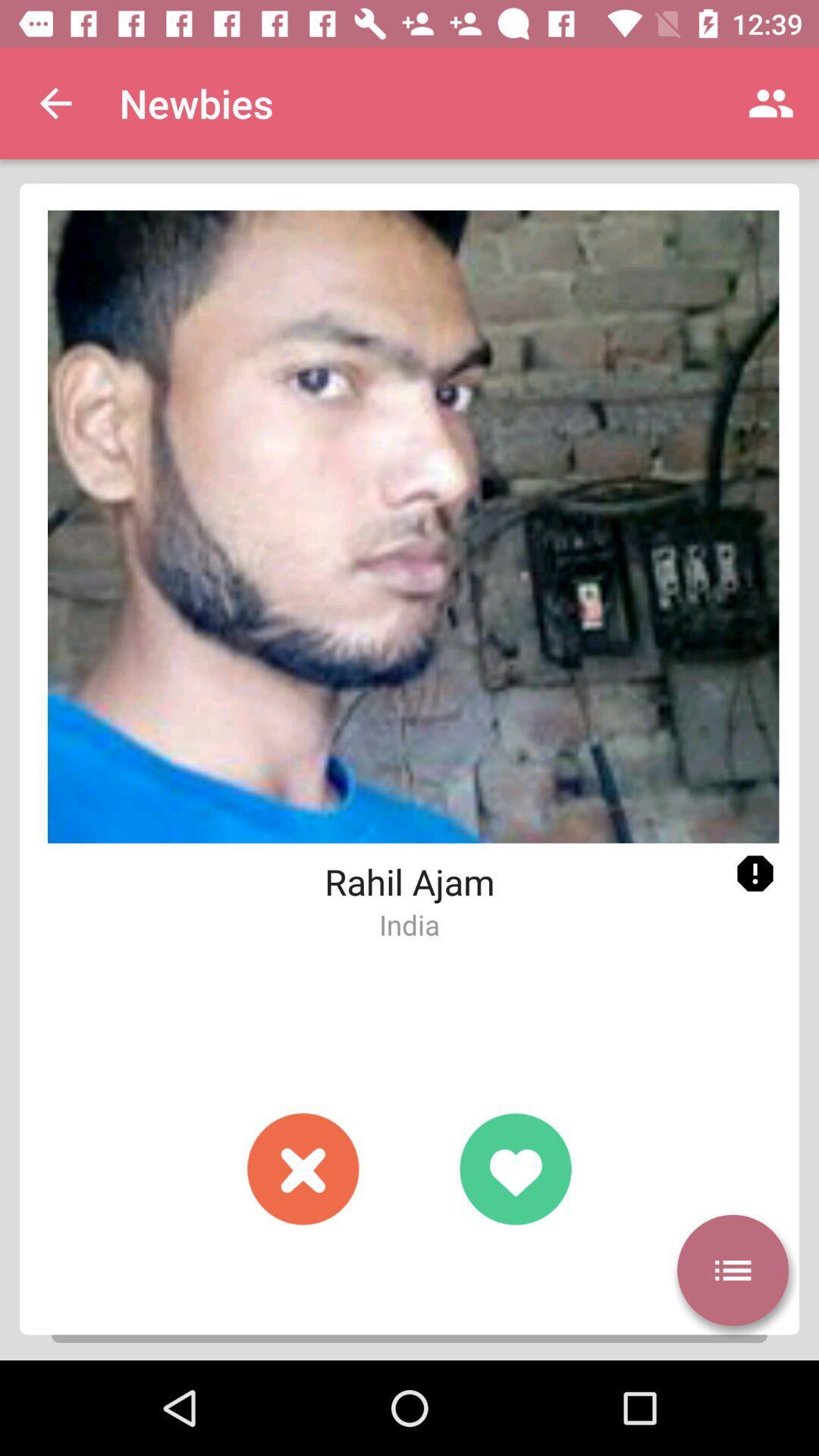 This screenshot has height=1456, width=819. Describe the element at coordinates (303, 1168) in the screenshot. I see `dislike button` at that location.